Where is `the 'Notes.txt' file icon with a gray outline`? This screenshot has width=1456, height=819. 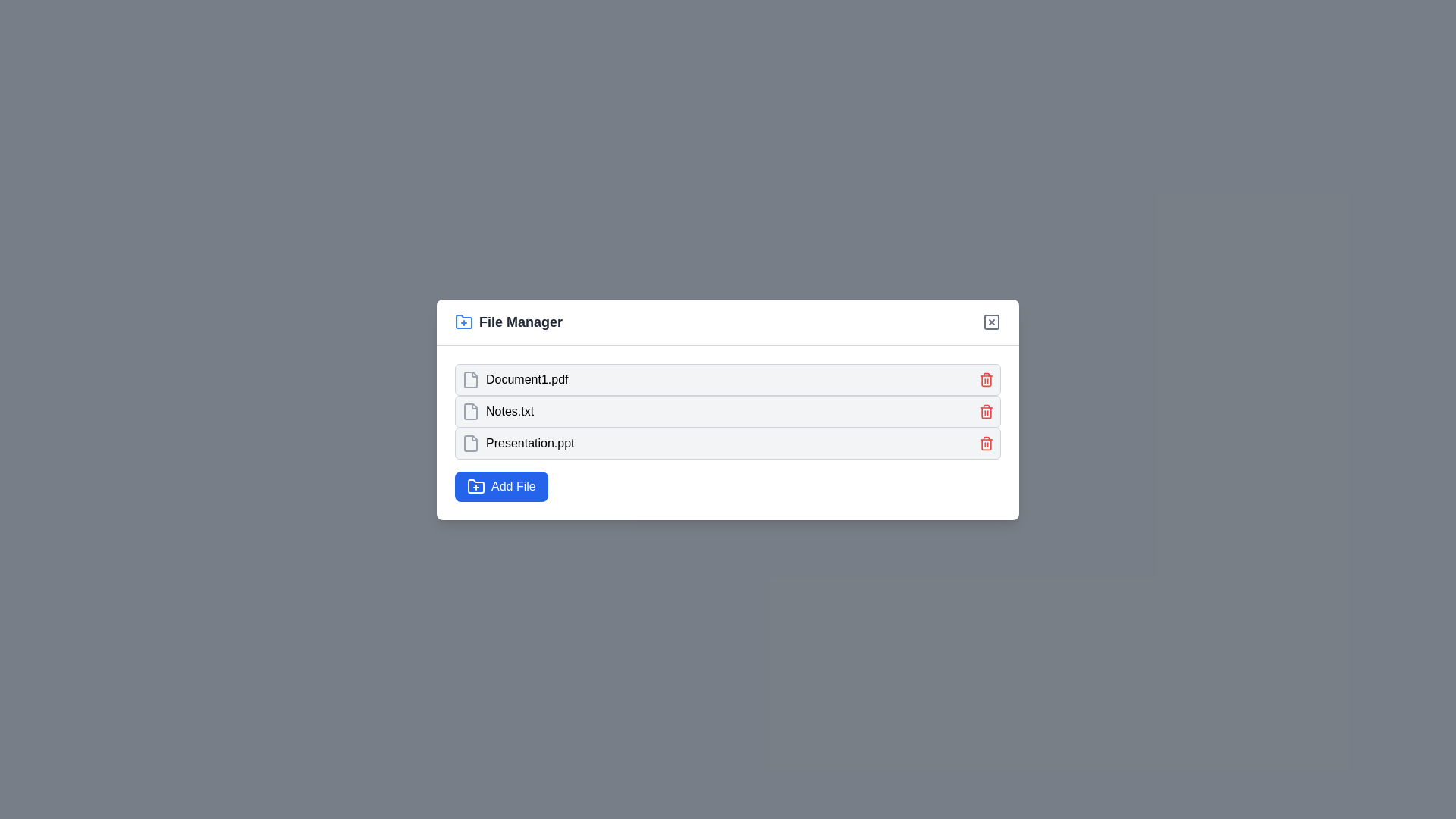
the 'Notes.txt' file icon with a gray outline is located at coordinates (497, 411).